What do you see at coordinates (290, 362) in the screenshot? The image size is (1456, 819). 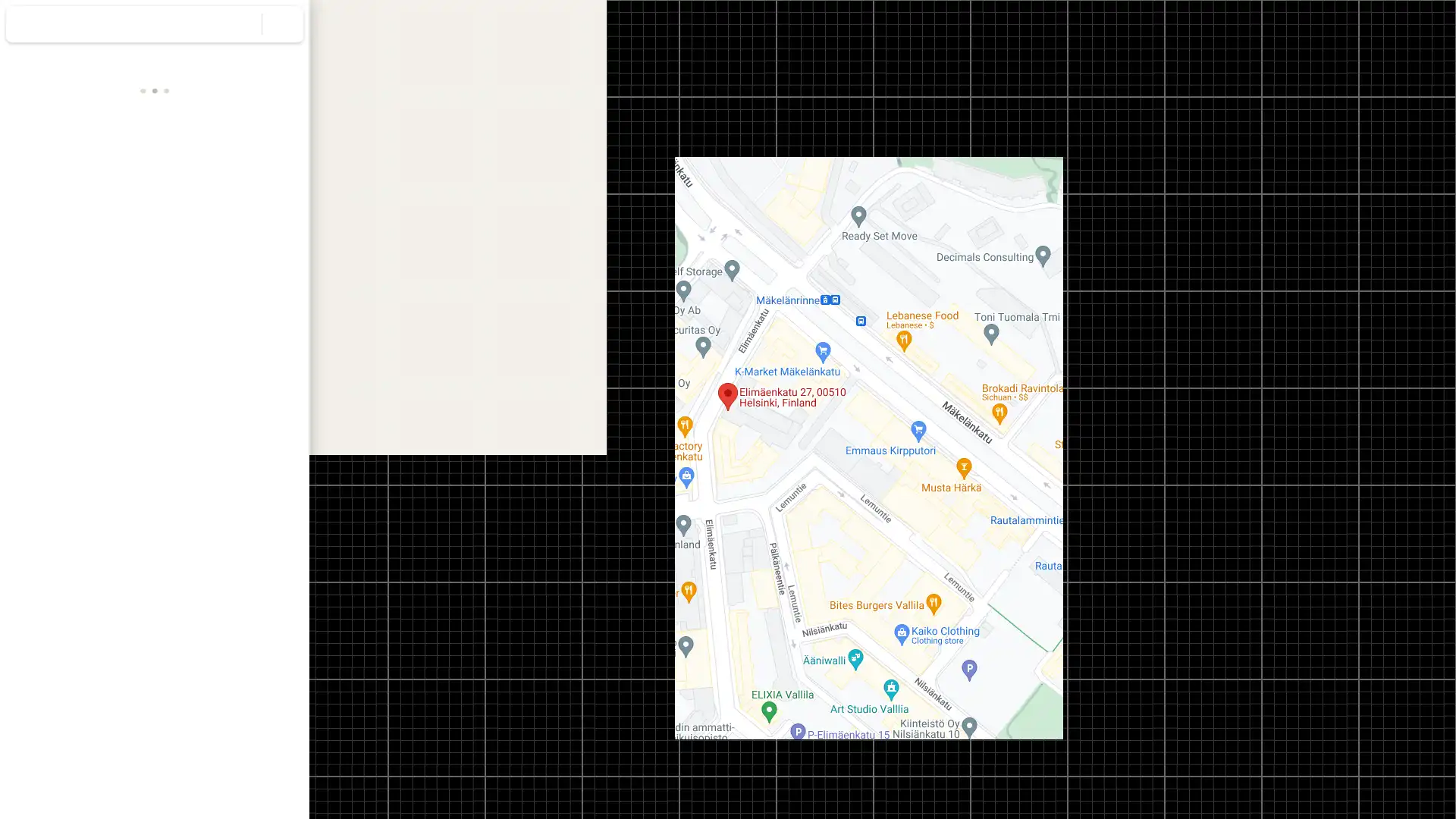 I see `Learn more about plus codes` at bounding box center [290, 362].